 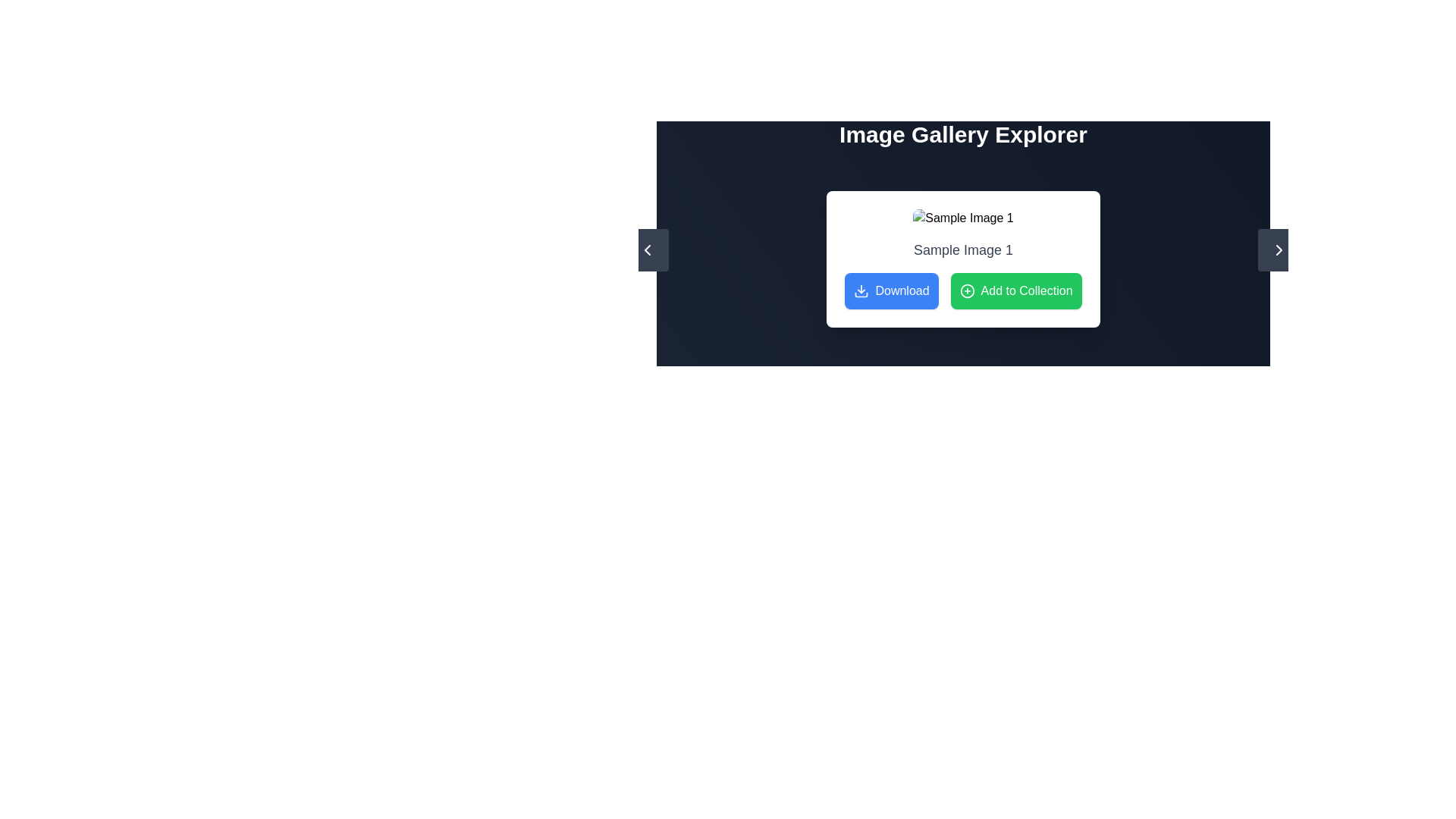 I want to click on the previous item navigation button located on the left side of the image gallery interface, so click(x=648, y=249).